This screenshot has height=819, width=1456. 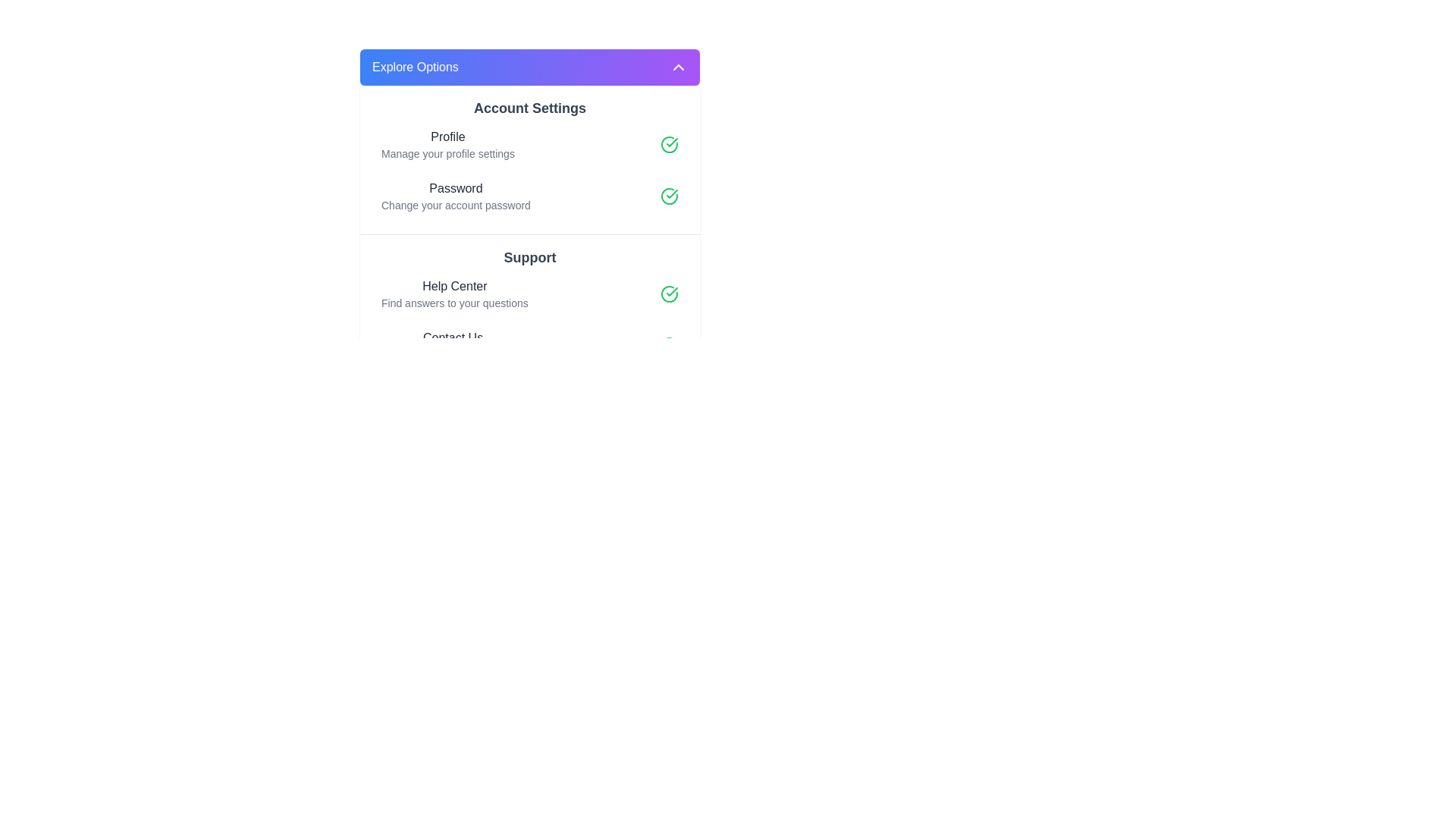 What do you see at coordinates (530, 308) in the screenshot?
I see `the 'Support' section of the Informational Section, which includes 'Help Center' and 'Contact Us' subsections, located below the 'Account Settings'` at bounding box center [530, 308].